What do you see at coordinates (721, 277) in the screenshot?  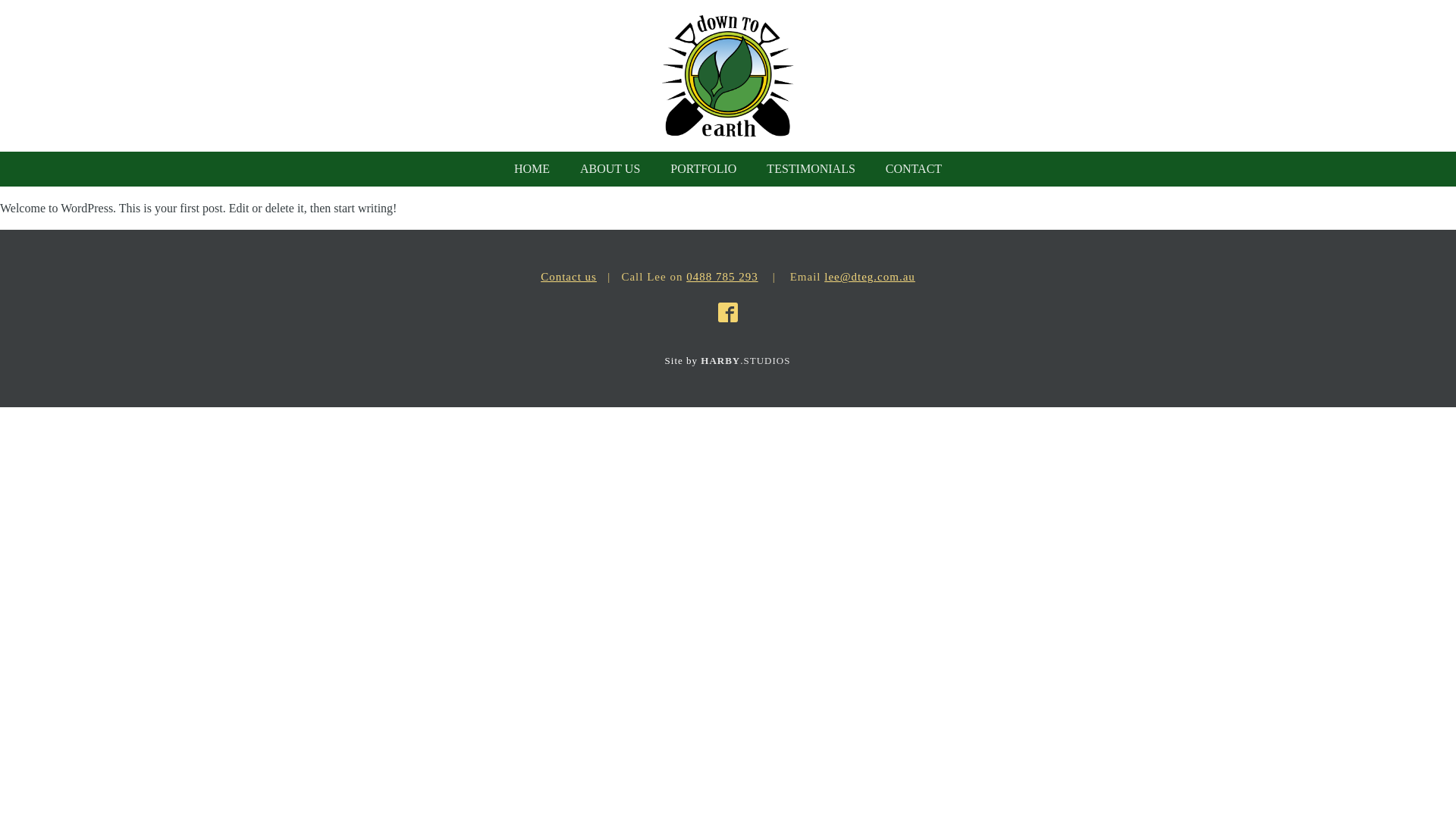 I see `'0488 785 293'` at bounding box center [721, 277].